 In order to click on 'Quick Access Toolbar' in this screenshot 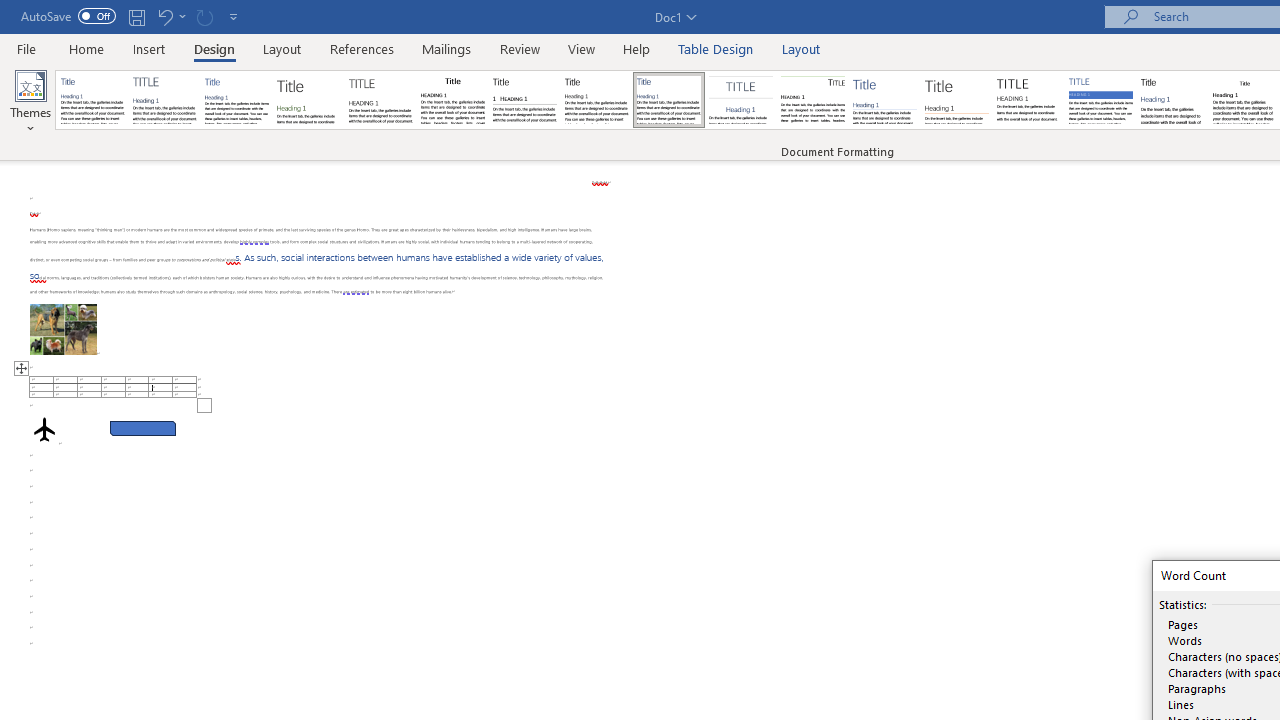, I will do `click(130, 16)`.